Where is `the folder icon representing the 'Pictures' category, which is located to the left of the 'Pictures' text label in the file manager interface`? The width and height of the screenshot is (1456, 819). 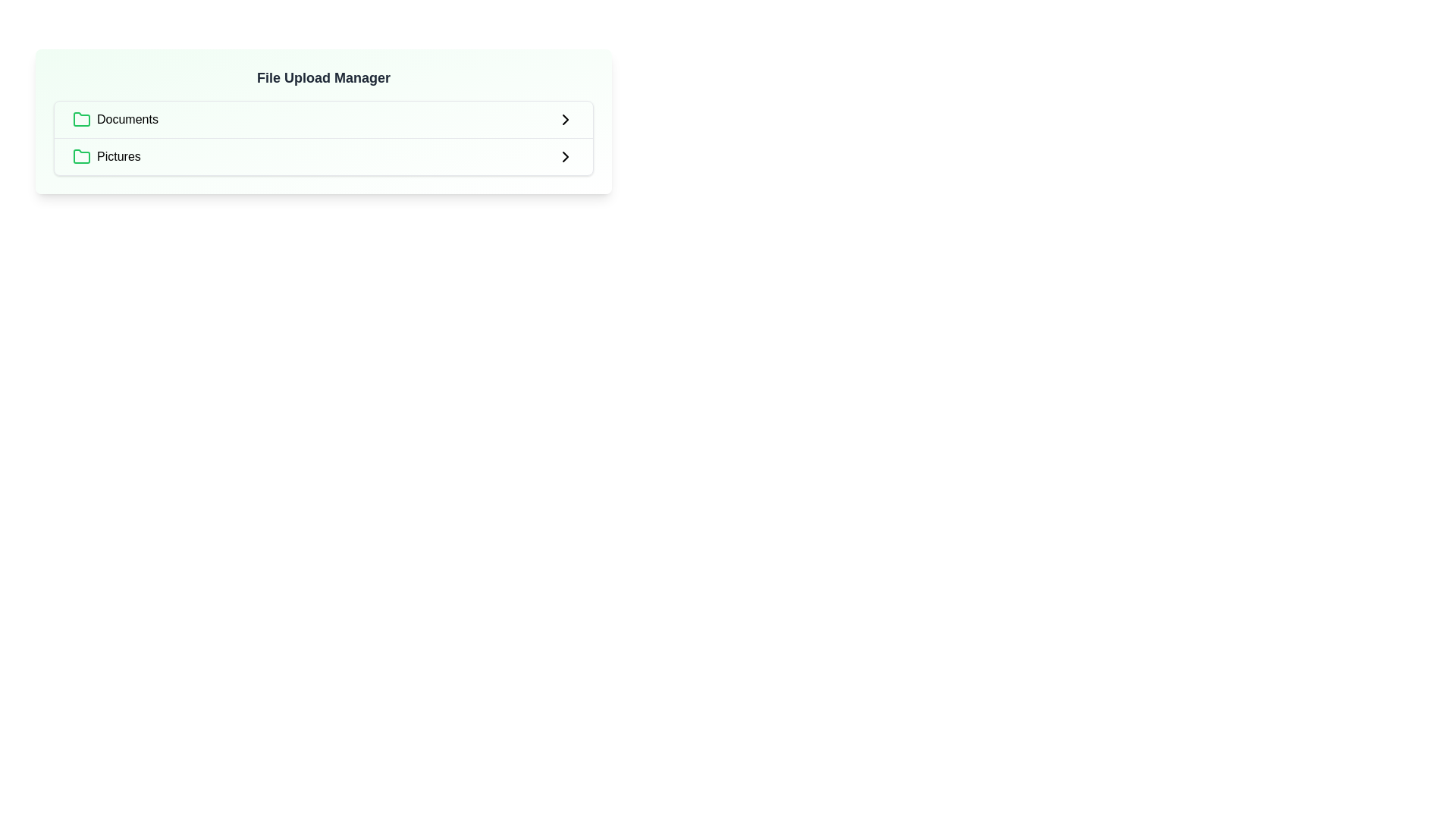
the folder icon representing the 'Pictures' category, which is located to the left of the 'Pictures' text label in the file manager interface is located at coordinates (81, 157).